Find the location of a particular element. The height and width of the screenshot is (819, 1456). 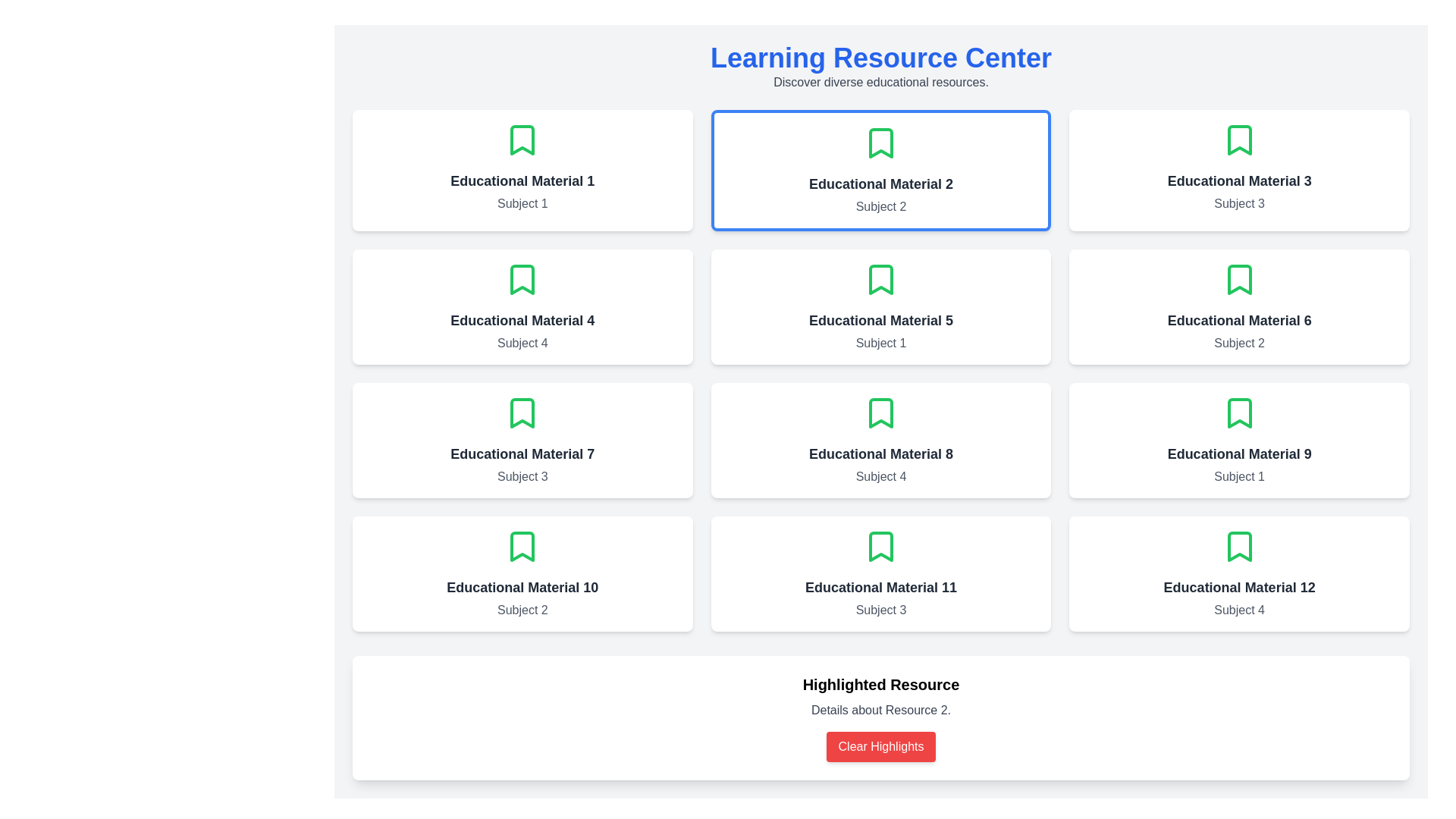

the text label displaying 'Subject 3' in gray color, located at the bottom section of the third card in the first row of the grid layout is located at coordinates (1239, 203).